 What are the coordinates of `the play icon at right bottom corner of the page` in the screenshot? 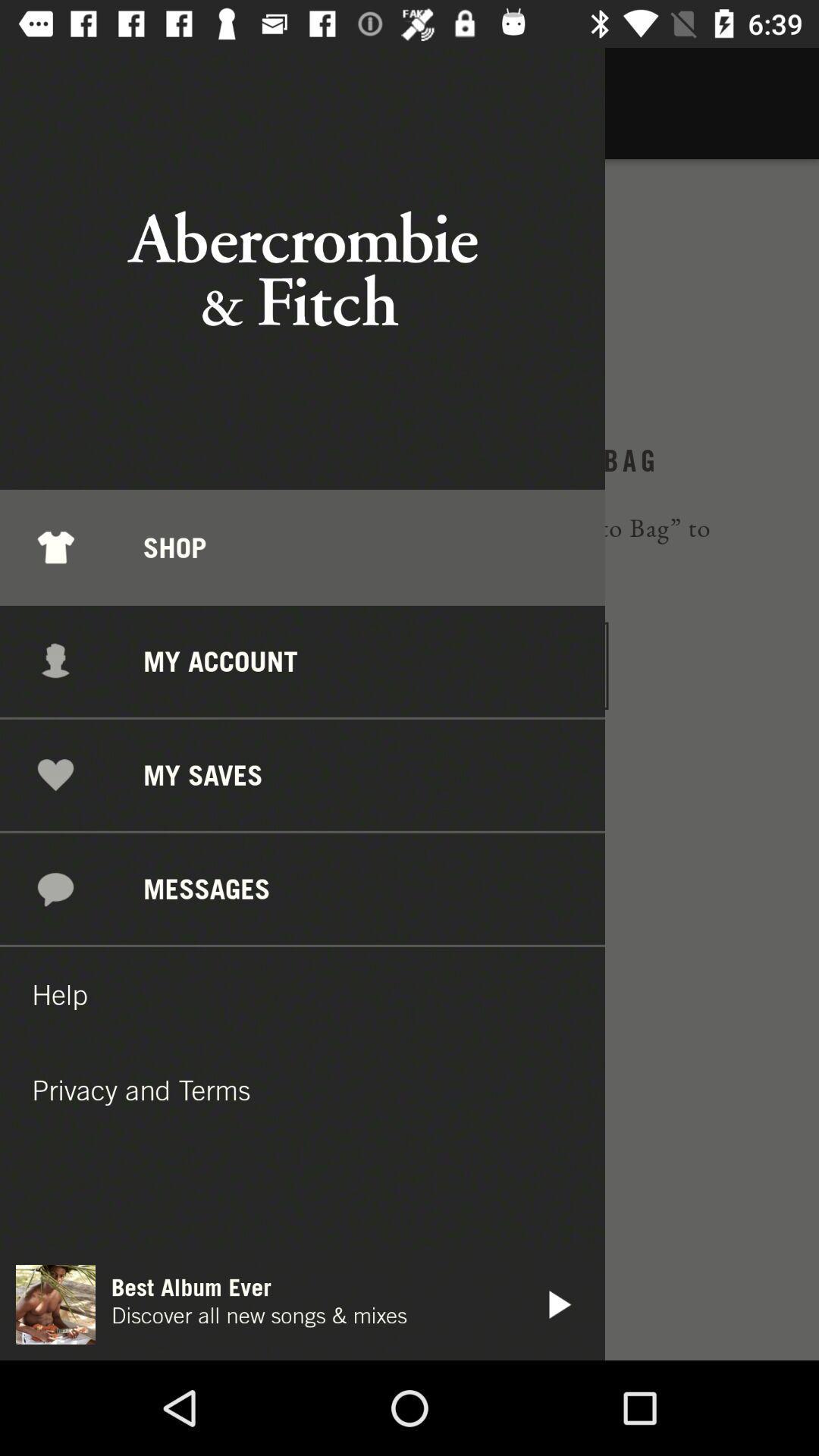 It's located at (557, 1304).